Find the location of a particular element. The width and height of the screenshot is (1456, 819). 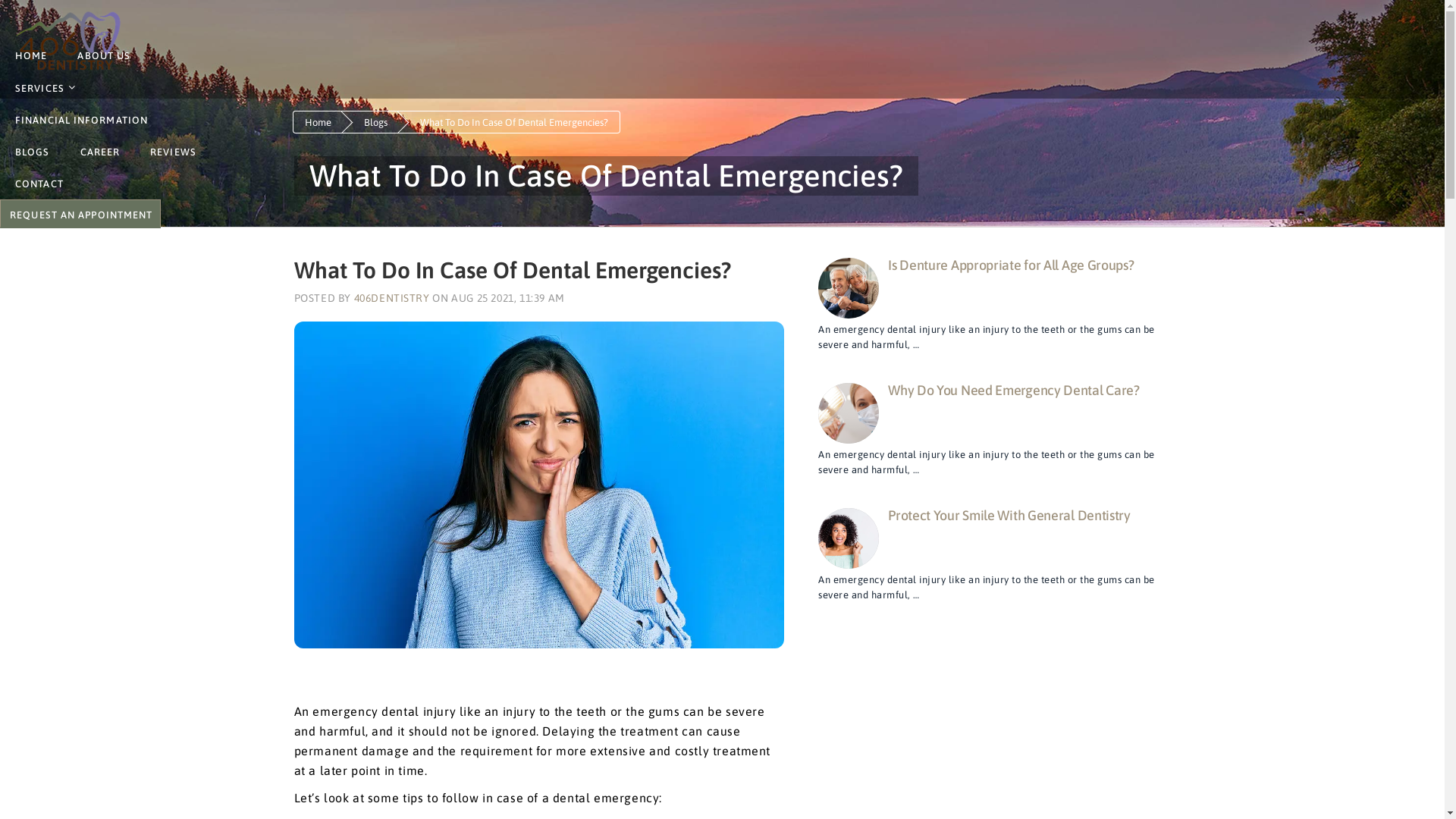

'HOME' is located at coordinates (31, 55).